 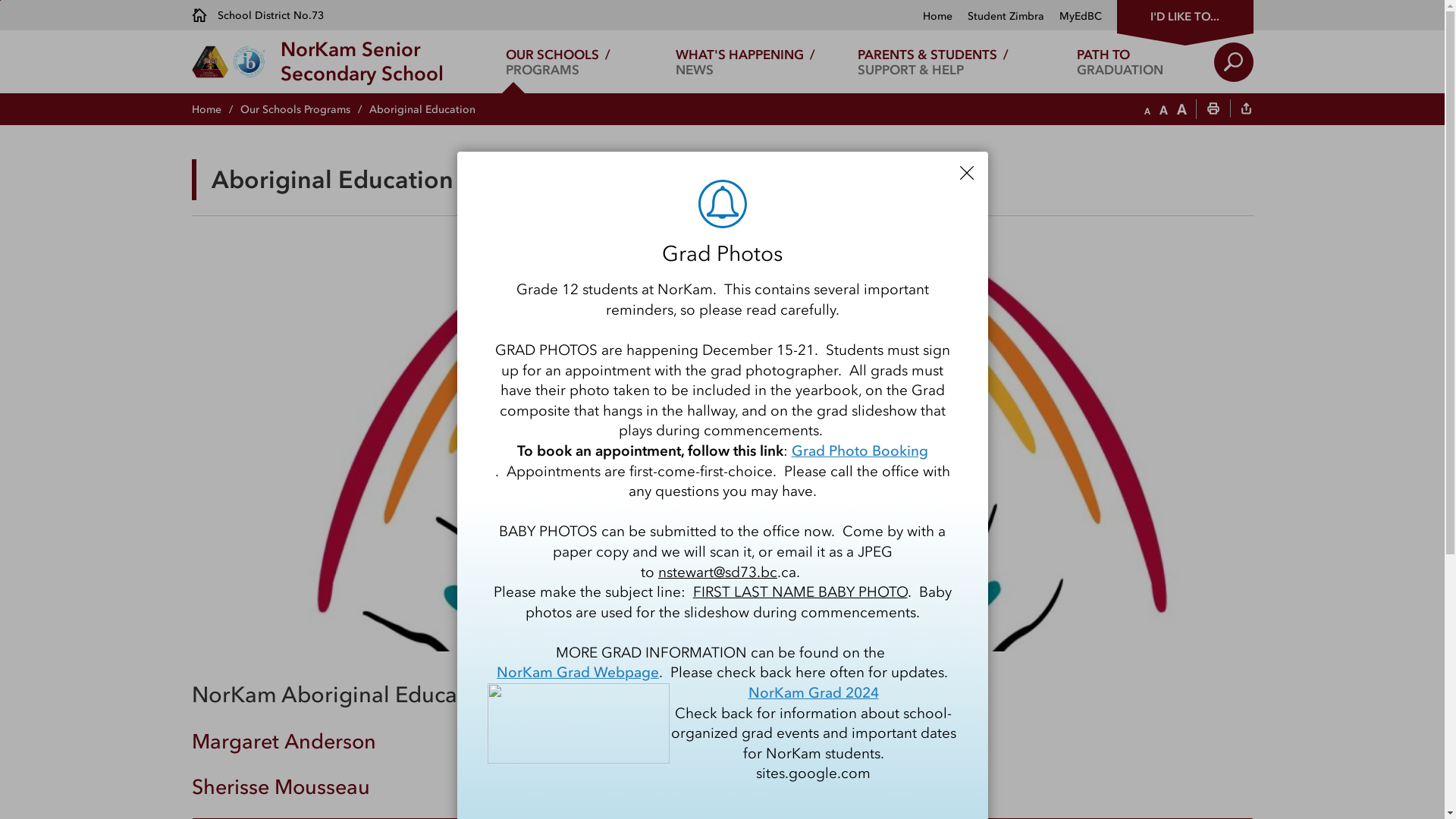 What do you see at coordinates (936, 16) in the screenshot?
I see `'Home'` at bounding box center [936, 16].